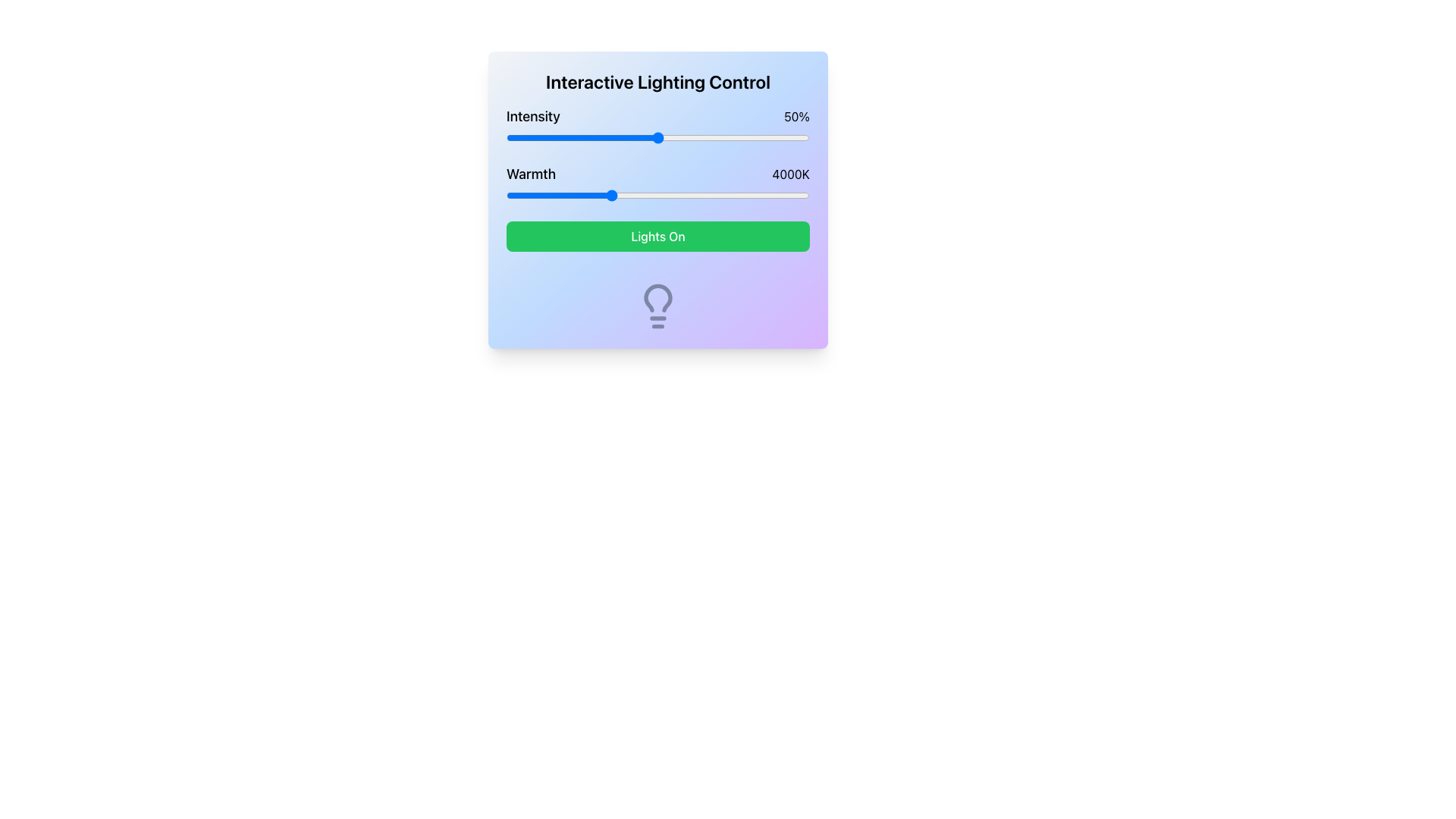 The height and width of the screenshot is (819, 1456). I want to click on warmth, so click(610, 195).